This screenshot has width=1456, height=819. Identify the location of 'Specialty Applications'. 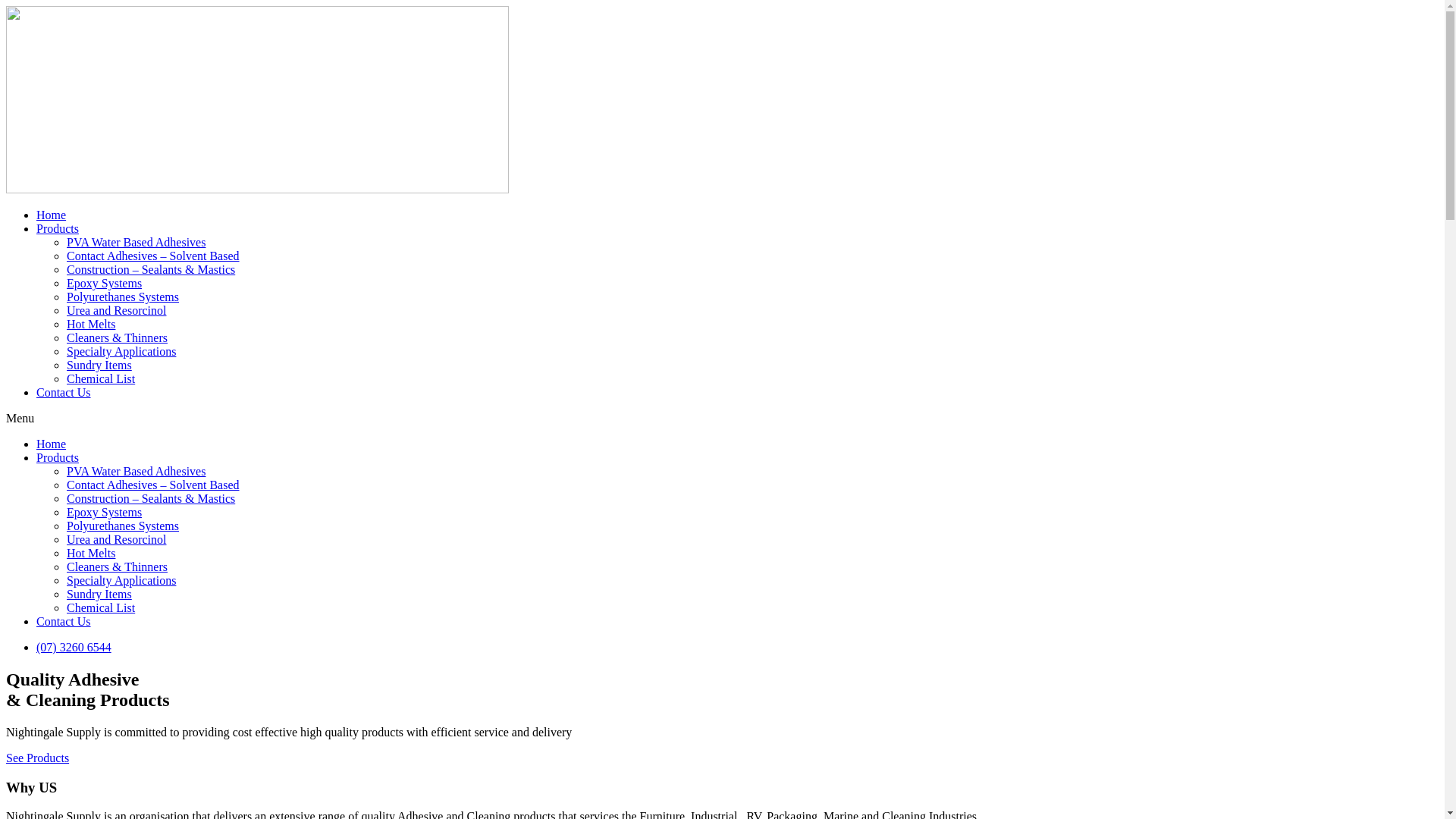
(120, 580).